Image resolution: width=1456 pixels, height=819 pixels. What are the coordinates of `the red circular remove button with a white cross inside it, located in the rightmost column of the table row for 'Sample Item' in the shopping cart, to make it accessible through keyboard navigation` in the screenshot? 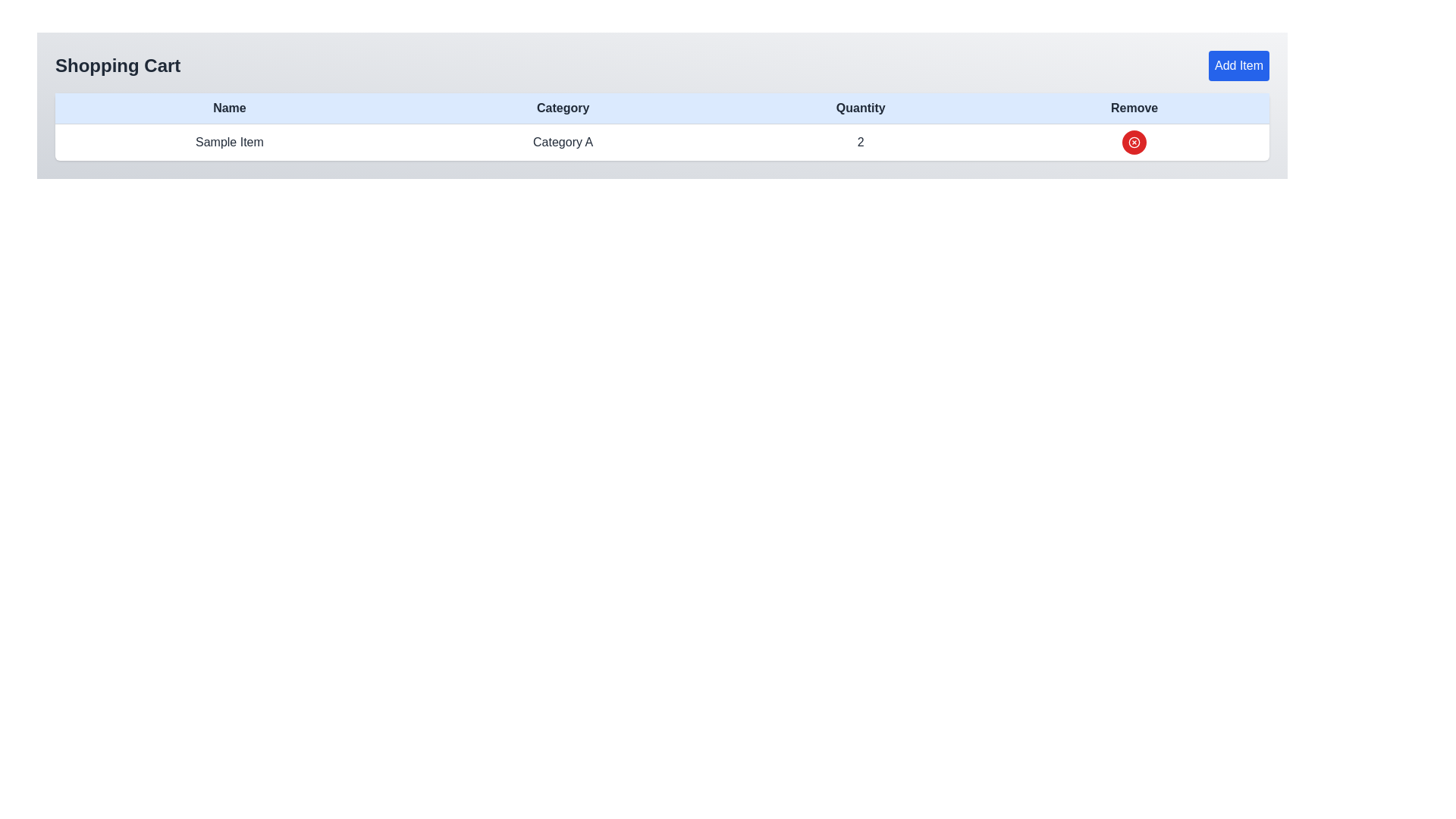 It's located at (1134, 143).